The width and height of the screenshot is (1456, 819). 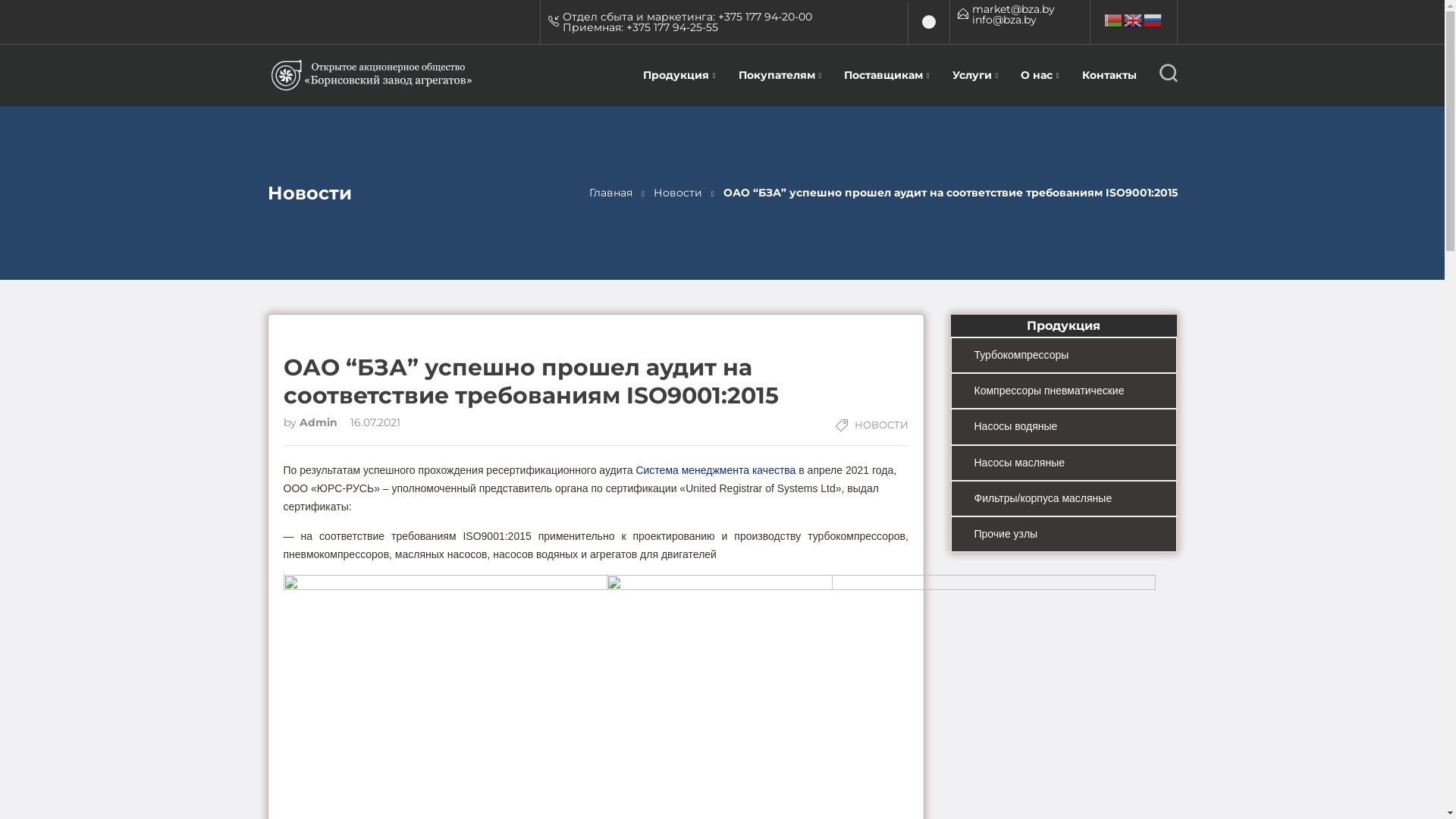 What do you see at coordinates (318, 422) in the screenshot?
I see `'Admin'` at bounding box center [318, 422].